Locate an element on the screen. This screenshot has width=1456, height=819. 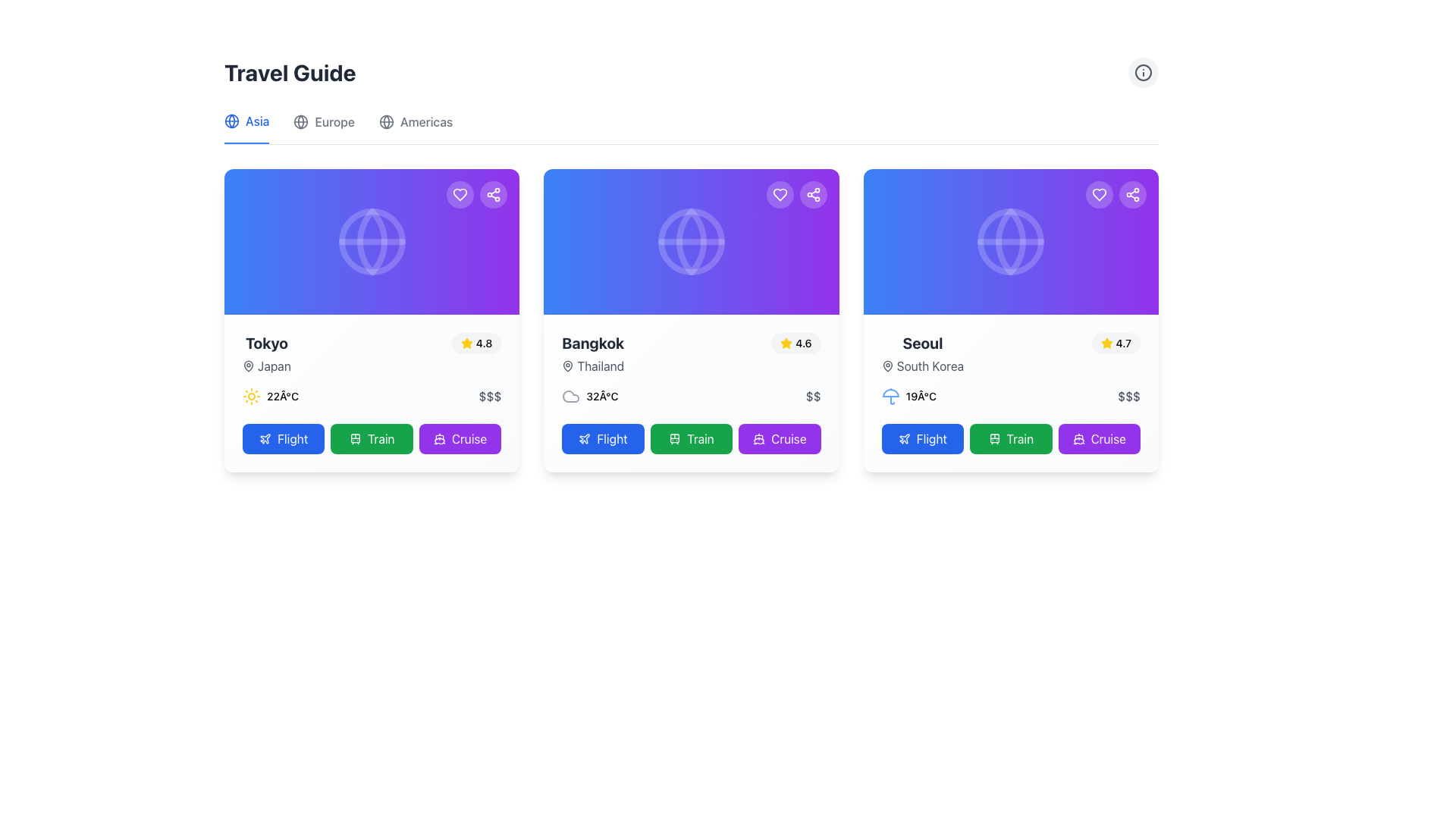
the sharing icon located in the top-right corner of the 'Seoul' card is located at coordinates (1132, 194).